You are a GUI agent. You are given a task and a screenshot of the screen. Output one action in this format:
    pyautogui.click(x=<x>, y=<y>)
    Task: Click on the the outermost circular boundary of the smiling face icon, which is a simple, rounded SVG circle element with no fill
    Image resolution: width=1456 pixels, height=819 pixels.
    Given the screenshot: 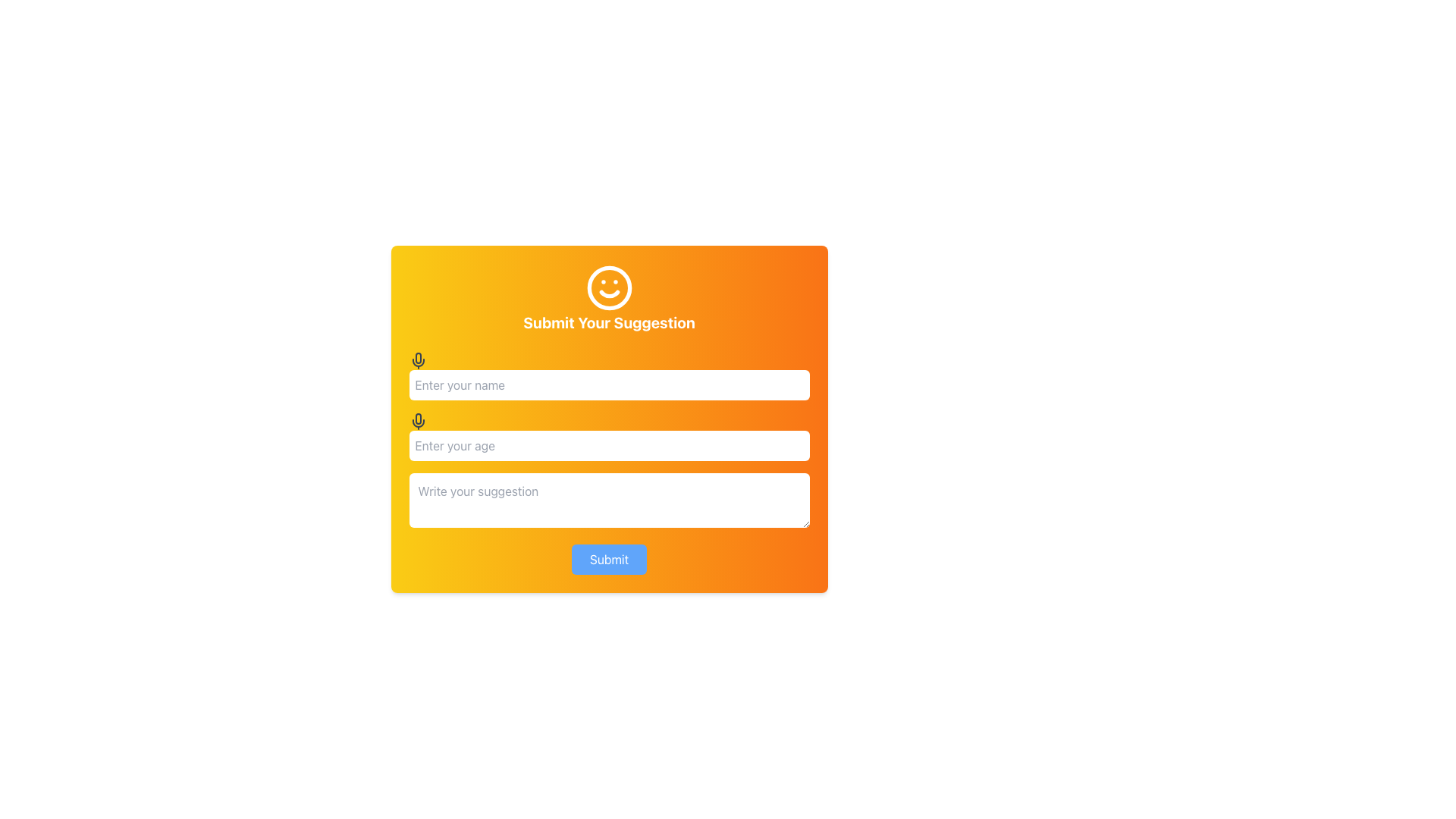 What is the action you would take?
    pyautogui.click(x=609, y=288)
    